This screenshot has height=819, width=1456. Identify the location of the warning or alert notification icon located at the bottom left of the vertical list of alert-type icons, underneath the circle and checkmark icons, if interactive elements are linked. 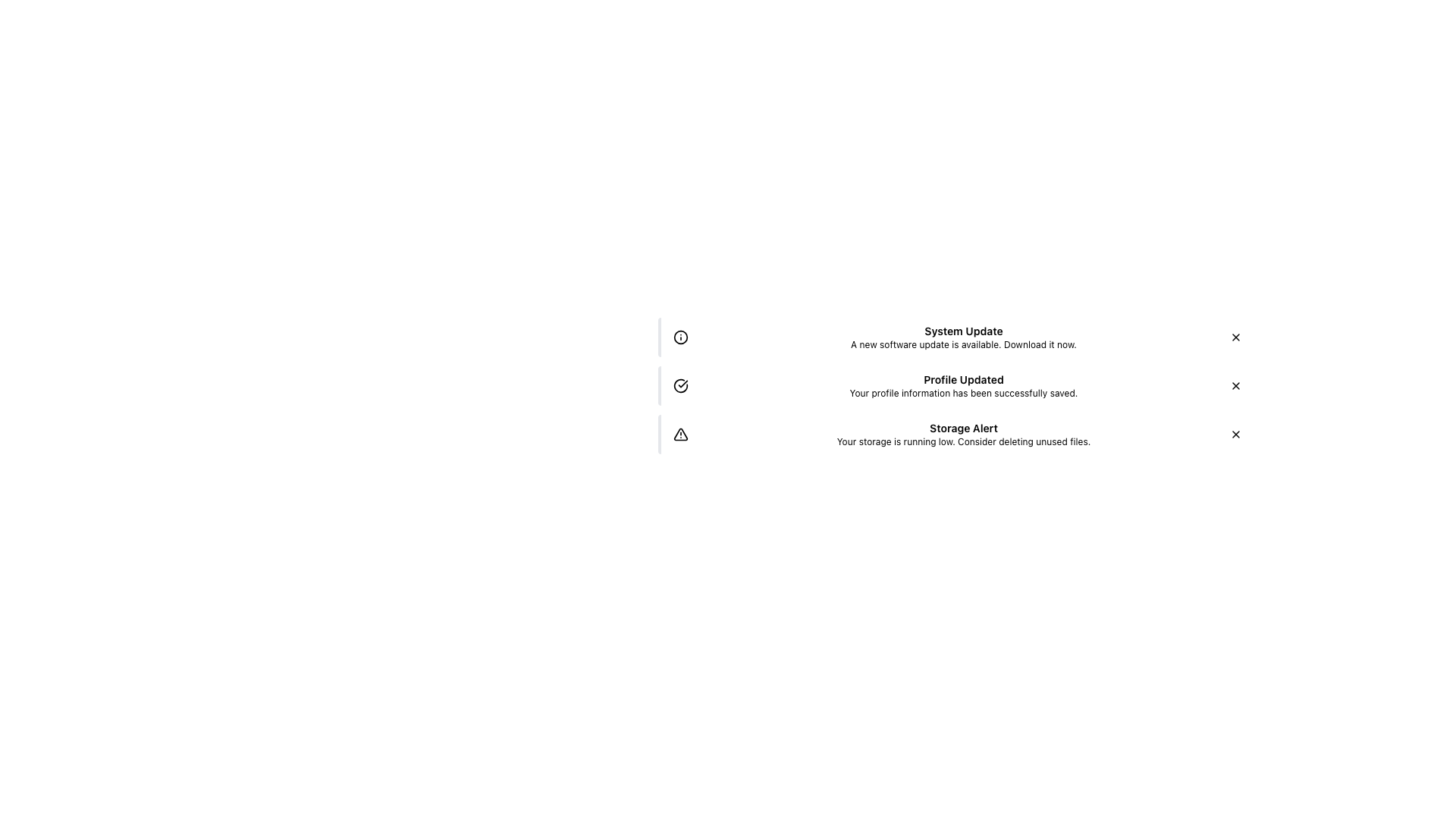
(679, 434).